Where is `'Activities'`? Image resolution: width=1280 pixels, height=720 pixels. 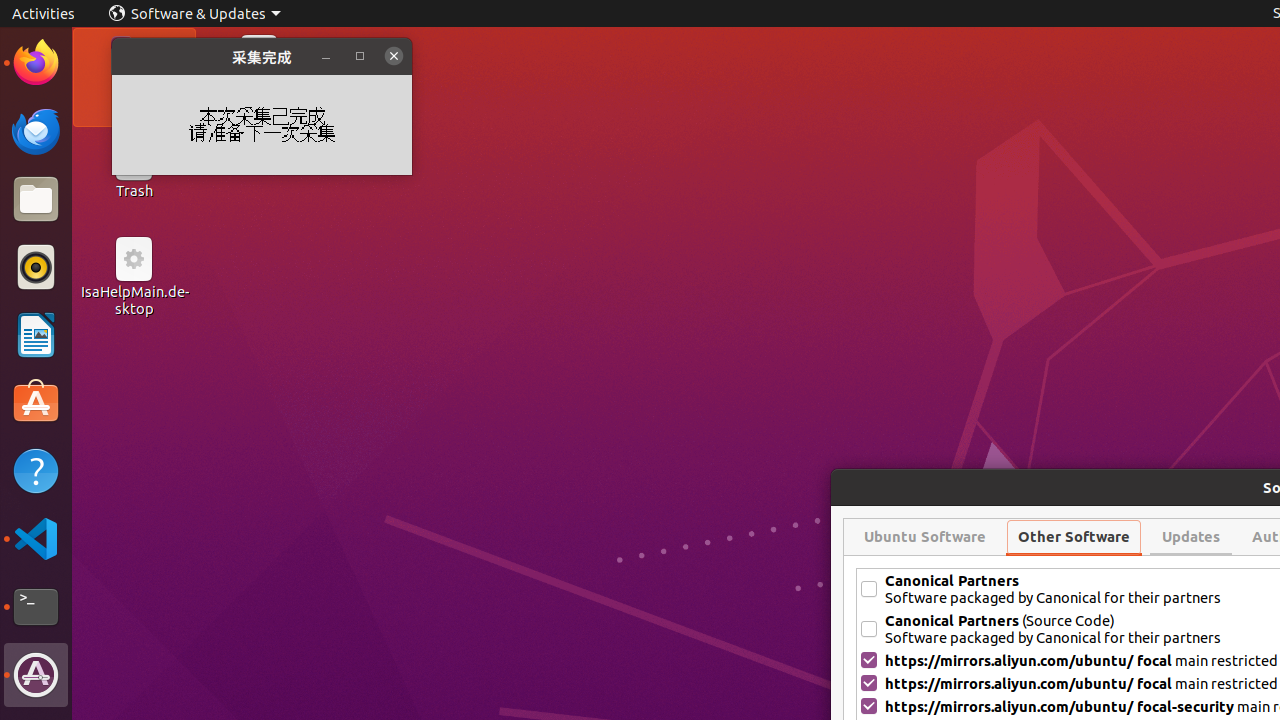 'Activities' is located at coordinates (43, 13).